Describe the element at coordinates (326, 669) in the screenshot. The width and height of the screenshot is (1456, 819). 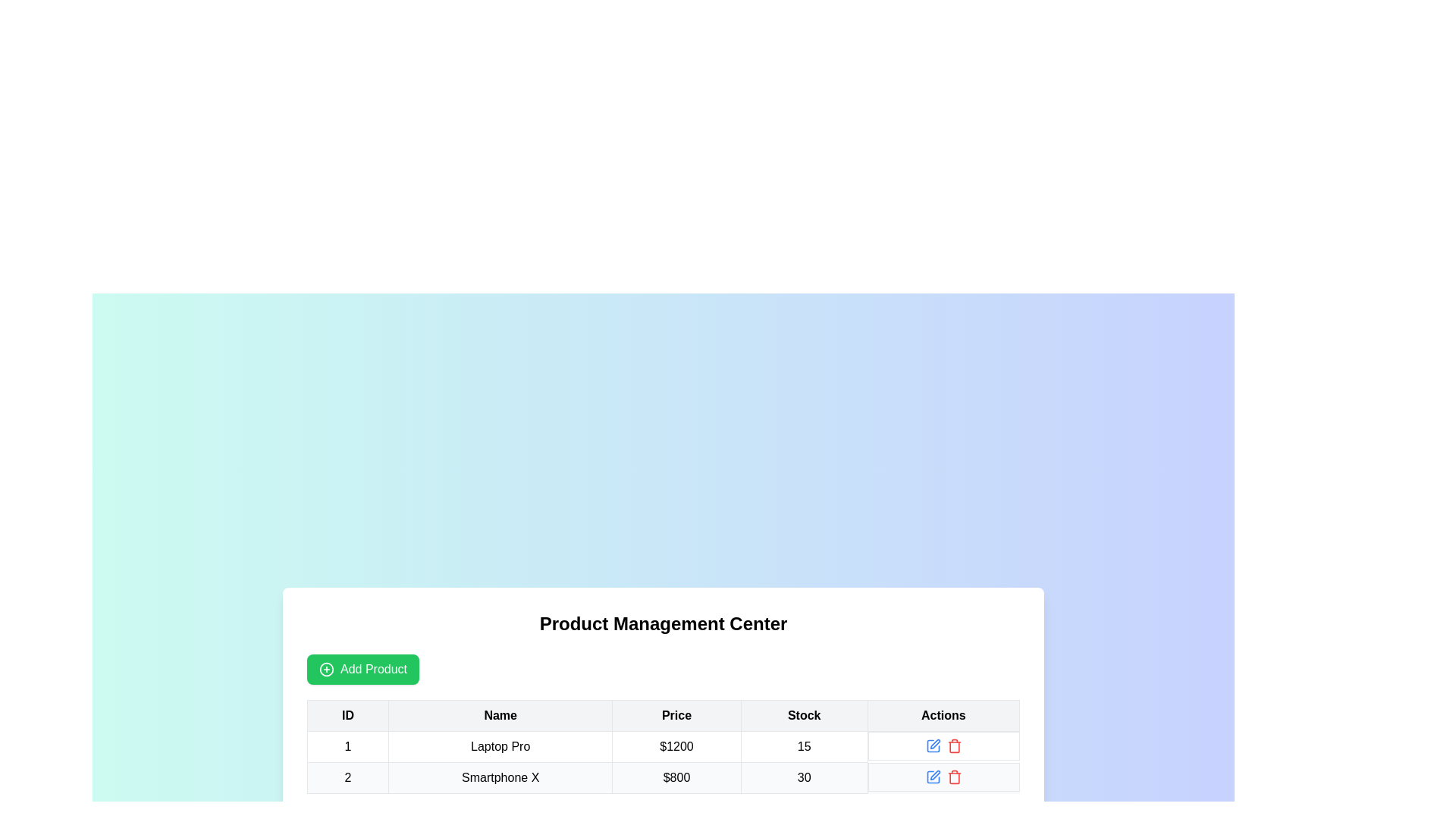
I see `the circle-plus icon located on the left side of the green rectangular 'Add Product' button in the Product Management interface` at that location.